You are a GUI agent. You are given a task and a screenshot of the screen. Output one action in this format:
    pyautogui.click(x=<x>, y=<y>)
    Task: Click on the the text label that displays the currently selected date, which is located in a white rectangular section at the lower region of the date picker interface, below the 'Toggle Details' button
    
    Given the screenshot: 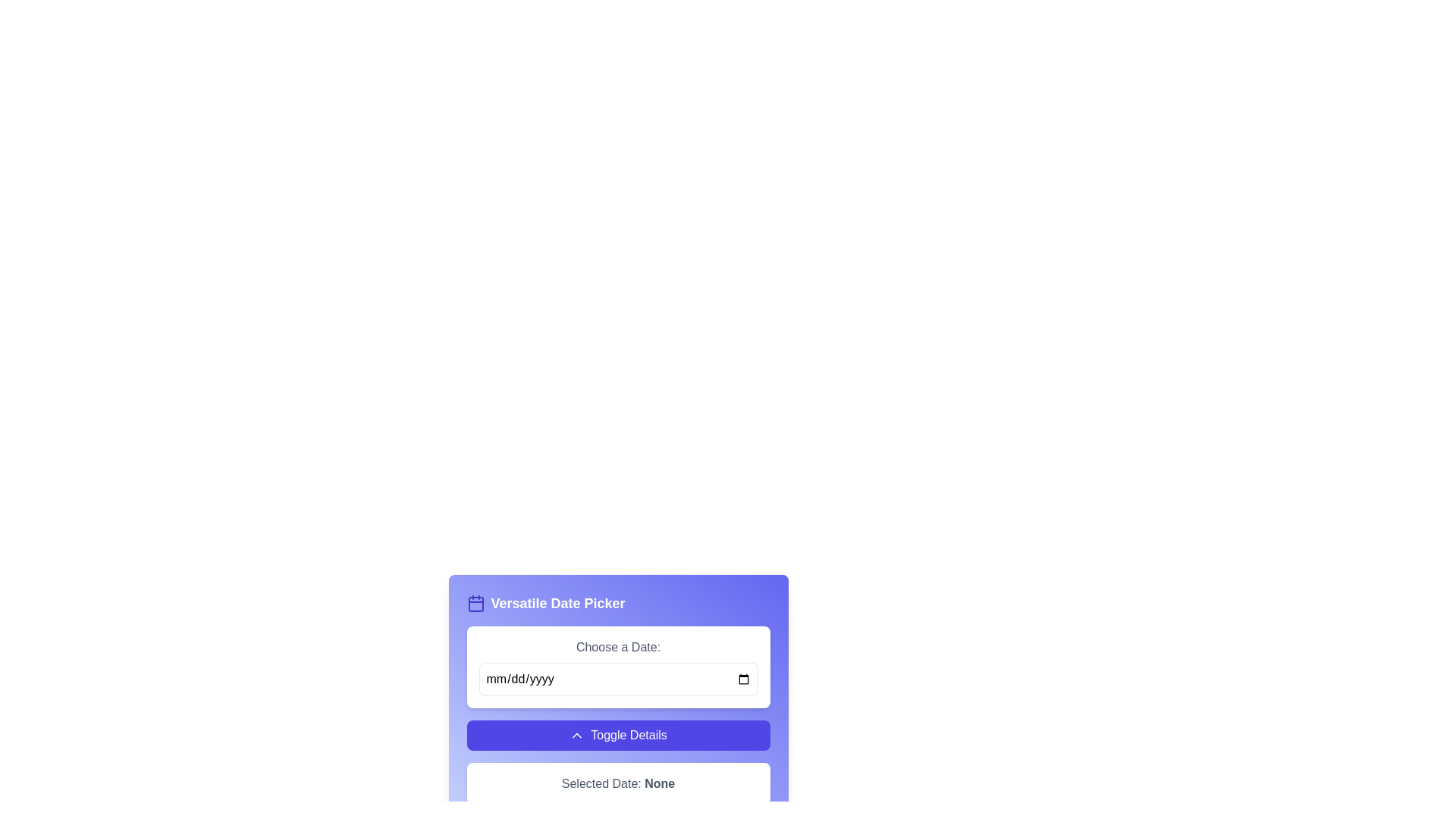 What is the action you would take?
    pyautogui.click(x=618, y=783)
    